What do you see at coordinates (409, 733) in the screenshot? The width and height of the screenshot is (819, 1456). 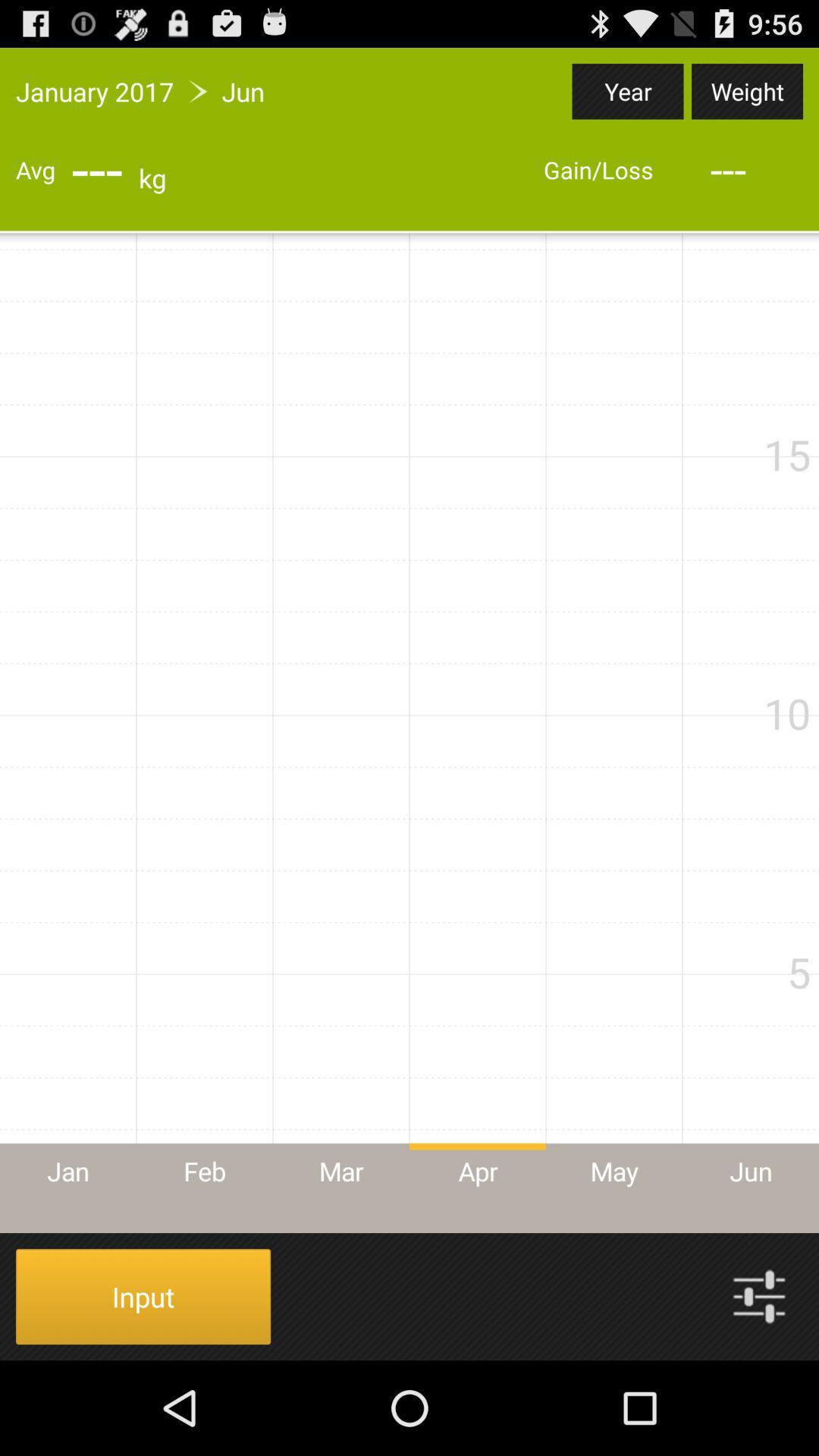 I see `icon at the center` at bounding box center [409, 733].